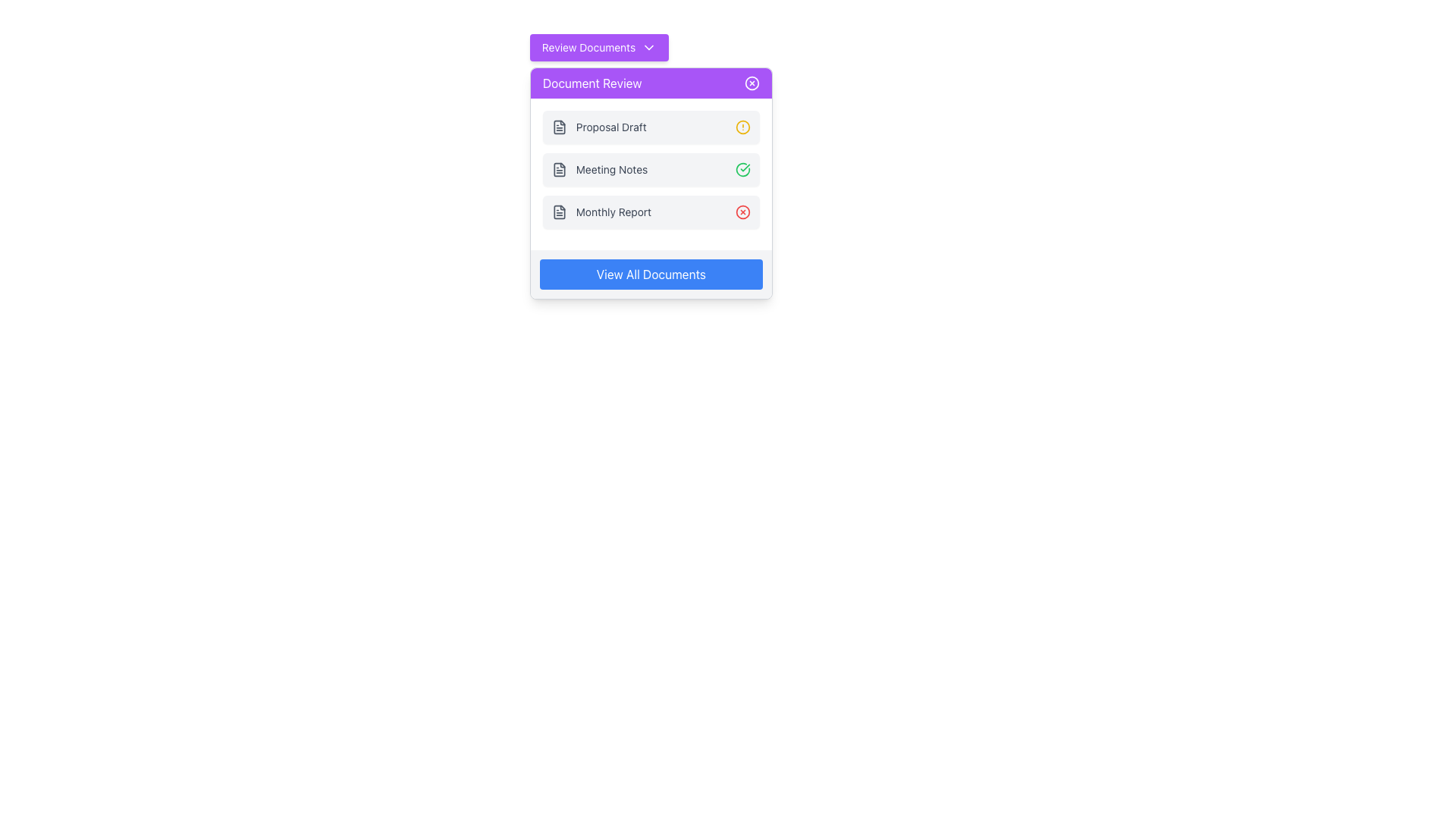 The height and width of the screenshot is (819, 1456). I want to click on the button located at the top-left corner of the visible interface, so click(598, 46).